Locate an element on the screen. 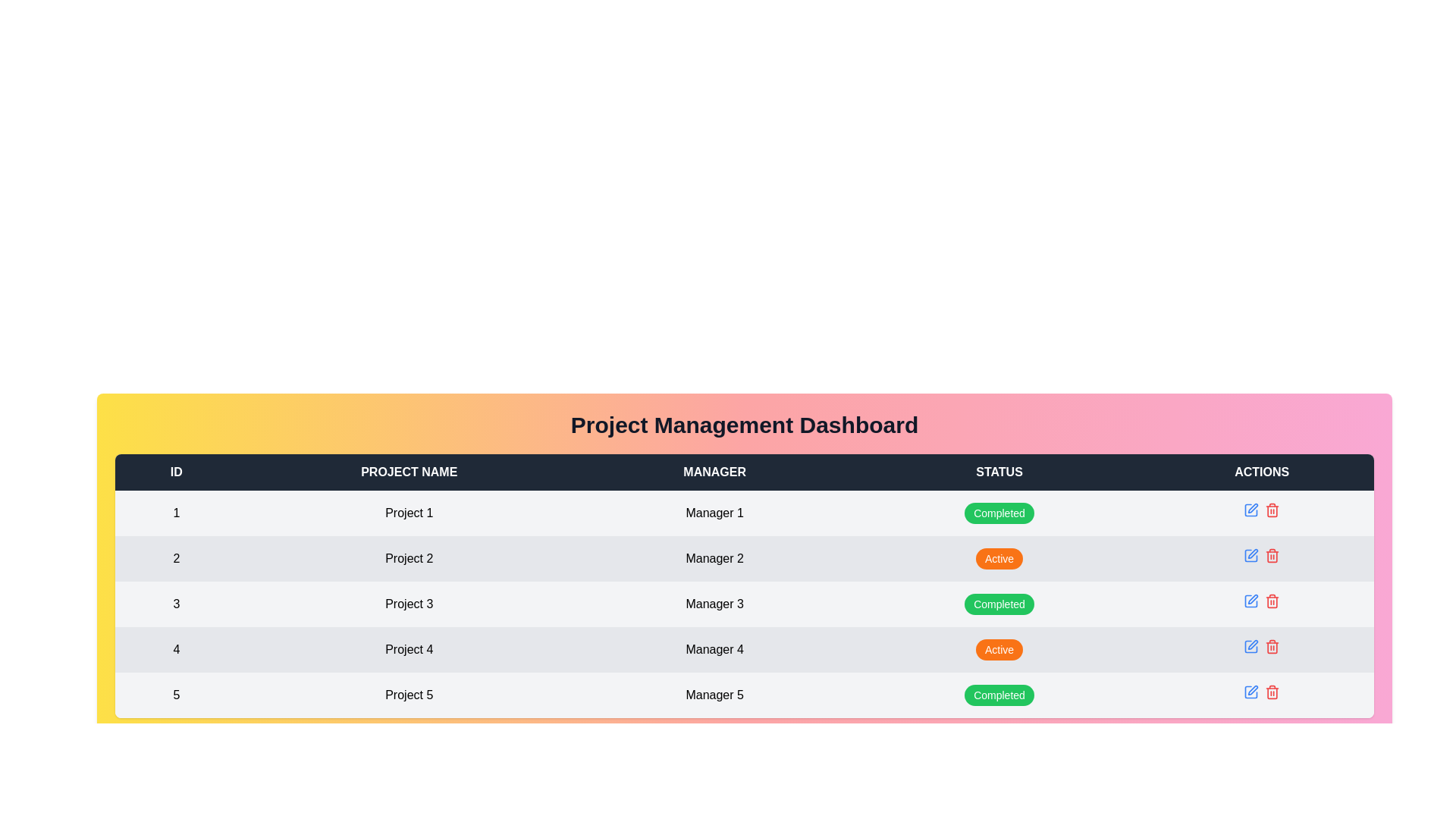 The image size is (1456, 819). the Text Header element which serves as a label for the columns in the table of the Project Management Dashboard is located at coordinates (745, 472).